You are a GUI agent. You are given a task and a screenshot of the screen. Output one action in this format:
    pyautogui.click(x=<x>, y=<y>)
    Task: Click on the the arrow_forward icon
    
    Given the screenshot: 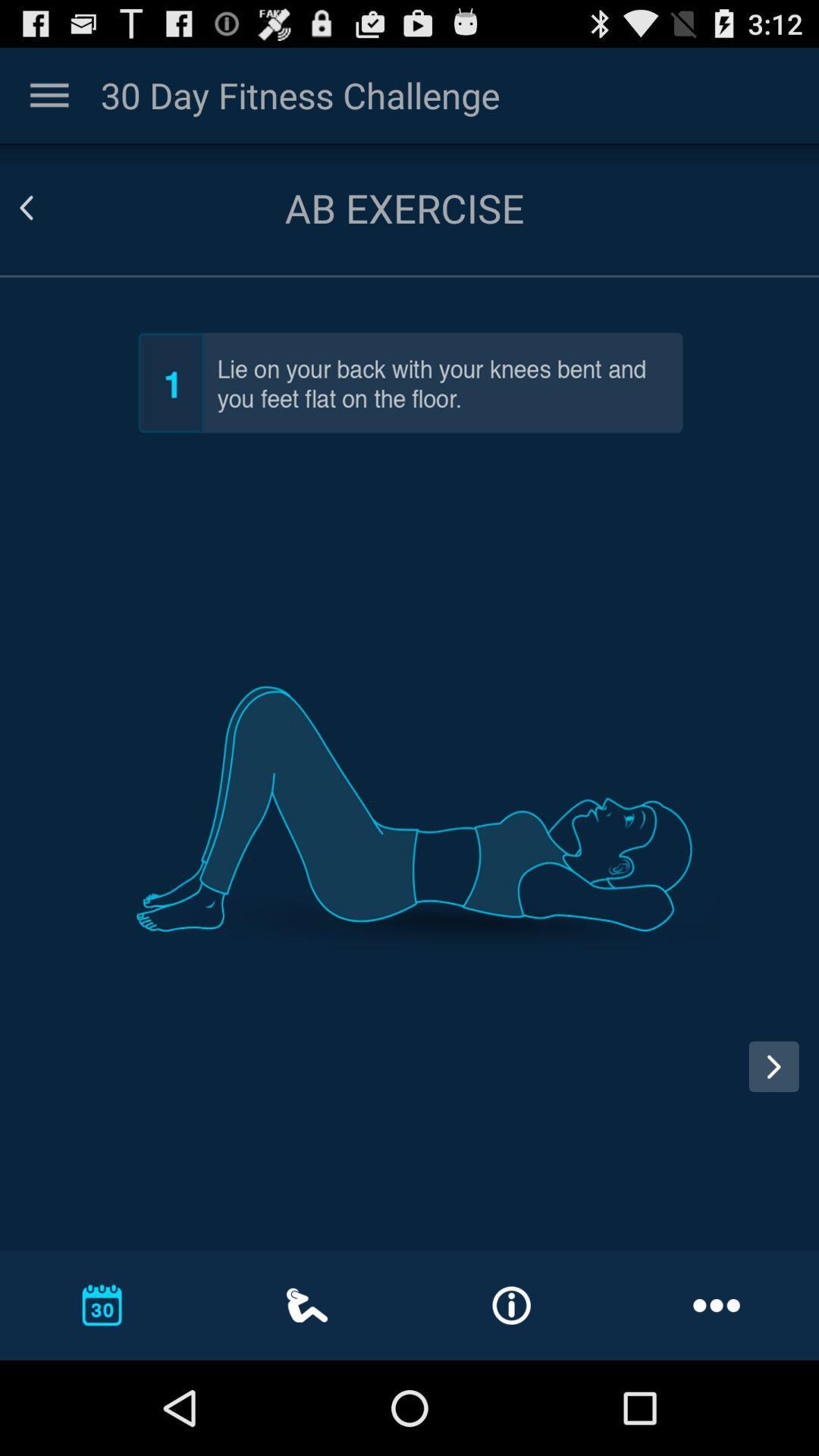 What is the action you would take?
    pyautogui.click(x=779, y=1156)
    